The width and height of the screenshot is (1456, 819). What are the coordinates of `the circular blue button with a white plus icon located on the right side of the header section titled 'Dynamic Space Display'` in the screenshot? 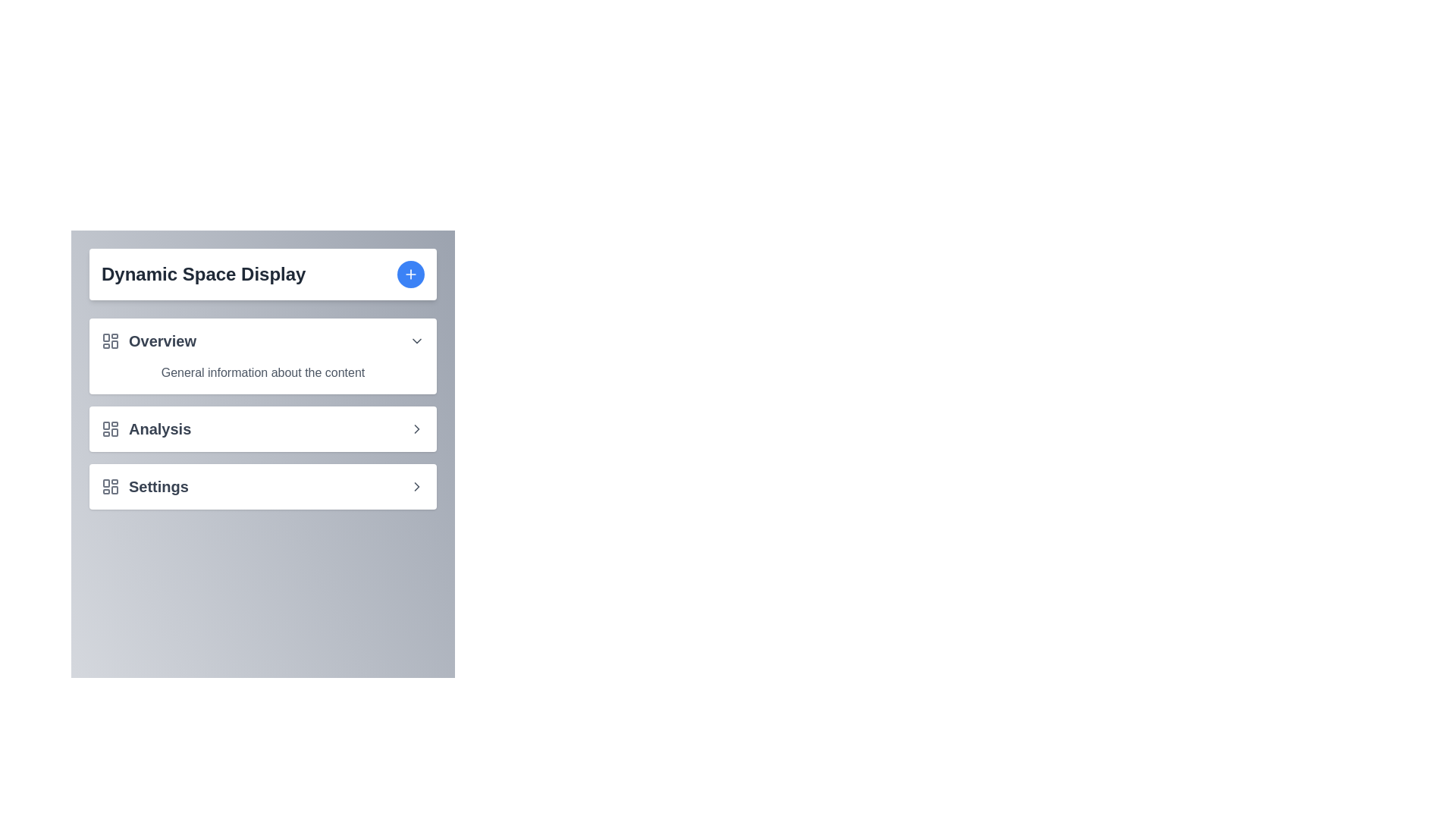 It's located at (411, 275).